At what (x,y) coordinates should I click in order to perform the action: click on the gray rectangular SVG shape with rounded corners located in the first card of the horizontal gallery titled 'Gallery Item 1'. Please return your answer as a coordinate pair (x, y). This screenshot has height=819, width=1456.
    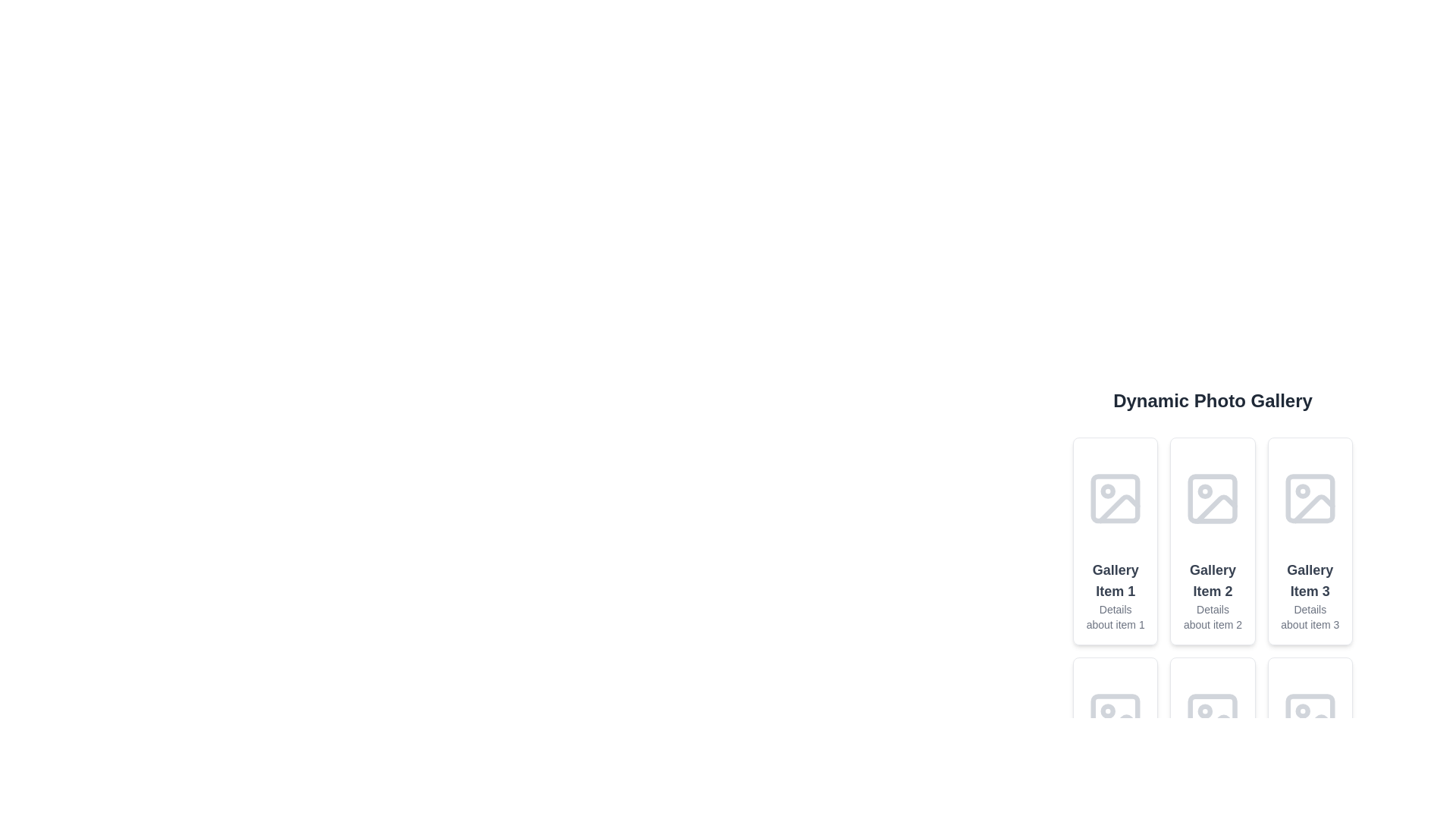
    Looking at the image, I should click on (1116, 499).